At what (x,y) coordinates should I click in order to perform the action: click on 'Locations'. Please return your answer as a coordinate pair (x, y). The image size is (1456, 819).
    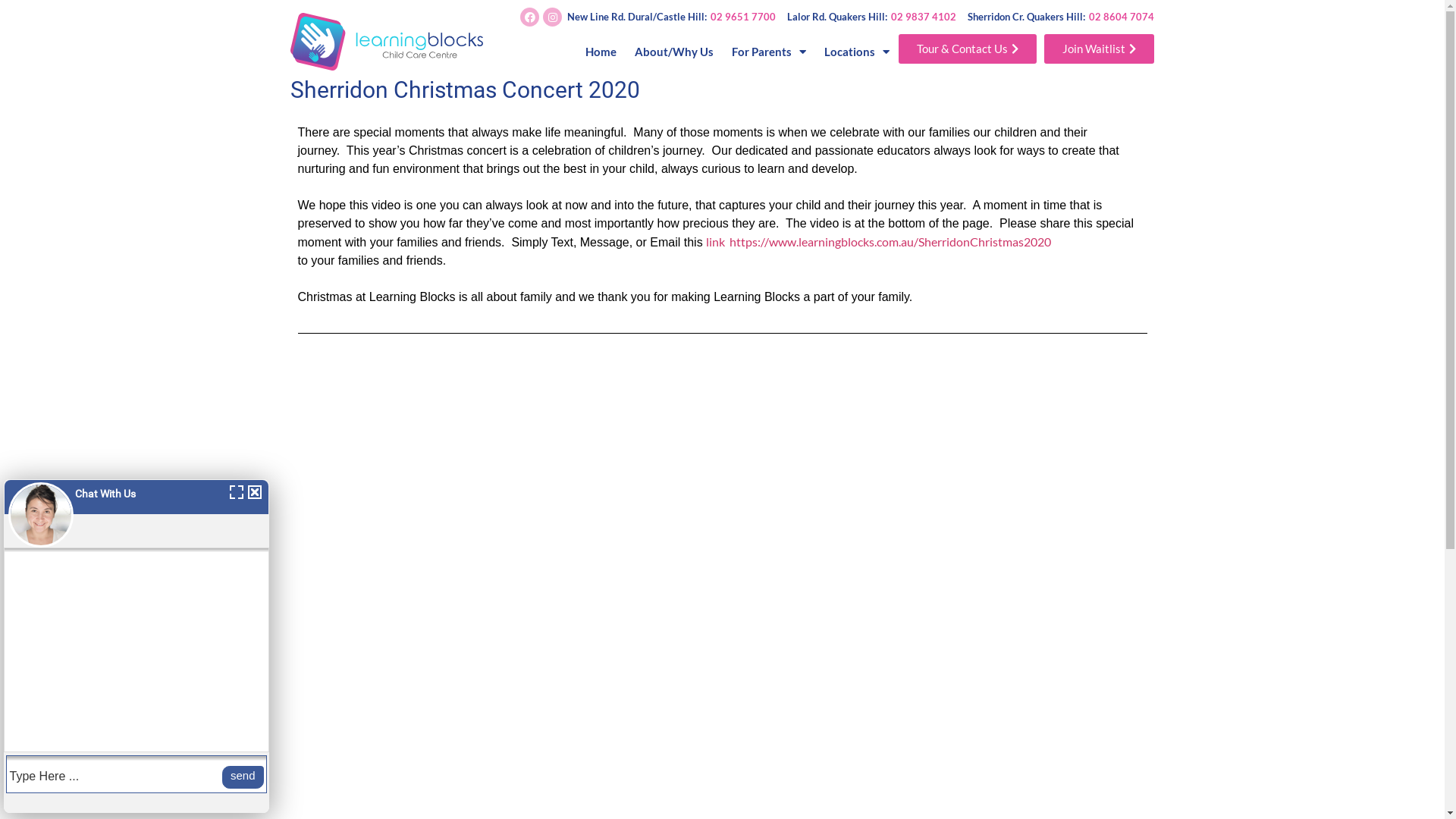
    Looking at the image, I should click on (856, 51).